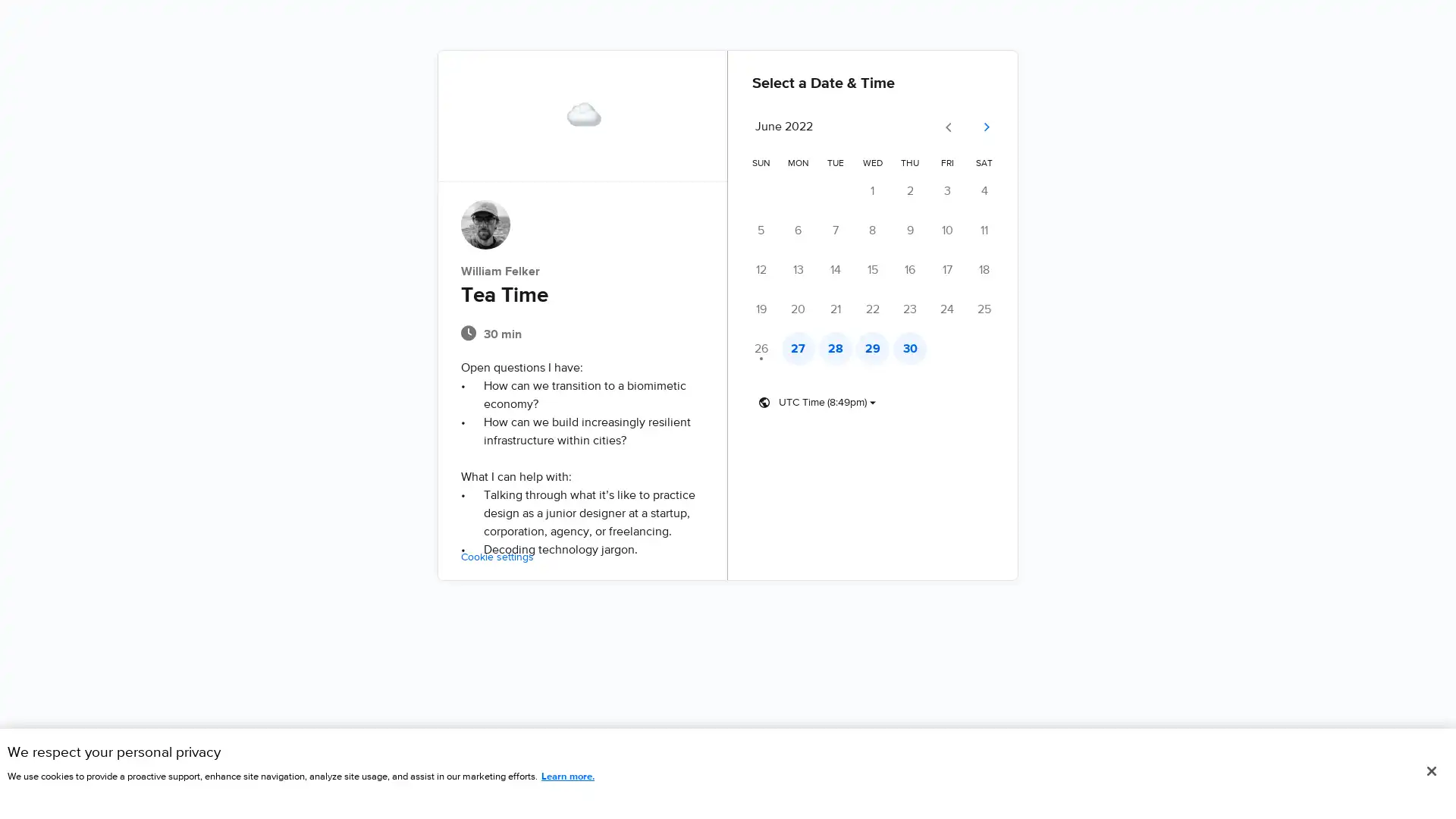 This screenshot has height=819, width=1456. Describe the element at coordinates (1430, 771) in the screenshot. I see `Close` at that location.